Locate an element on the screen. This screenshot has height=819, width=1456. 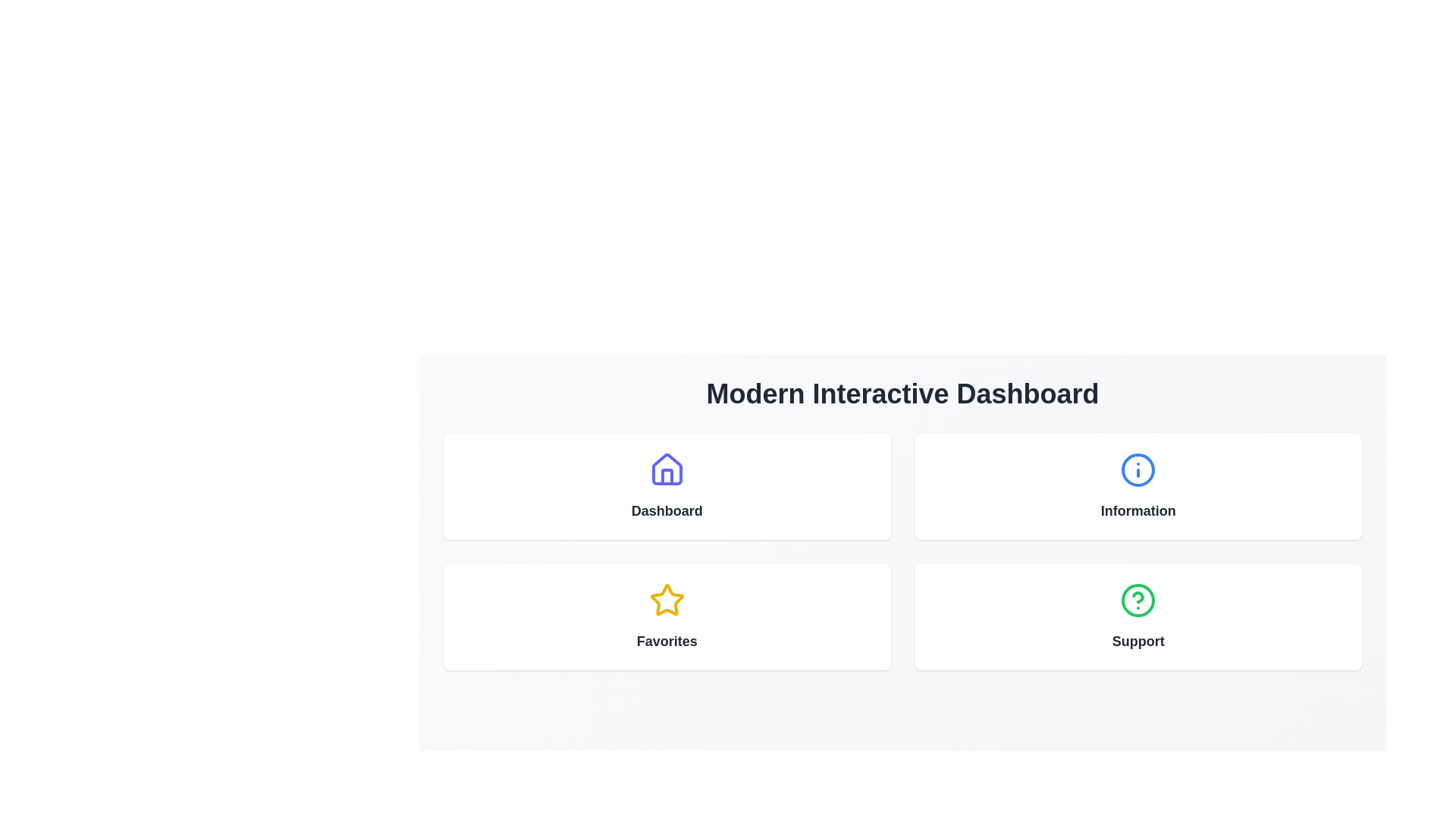
the door icon, which is a vertical rectangle inside the house icon located in the upper-left card labeled 'Dashboard' is located at coordinates (667, 475).